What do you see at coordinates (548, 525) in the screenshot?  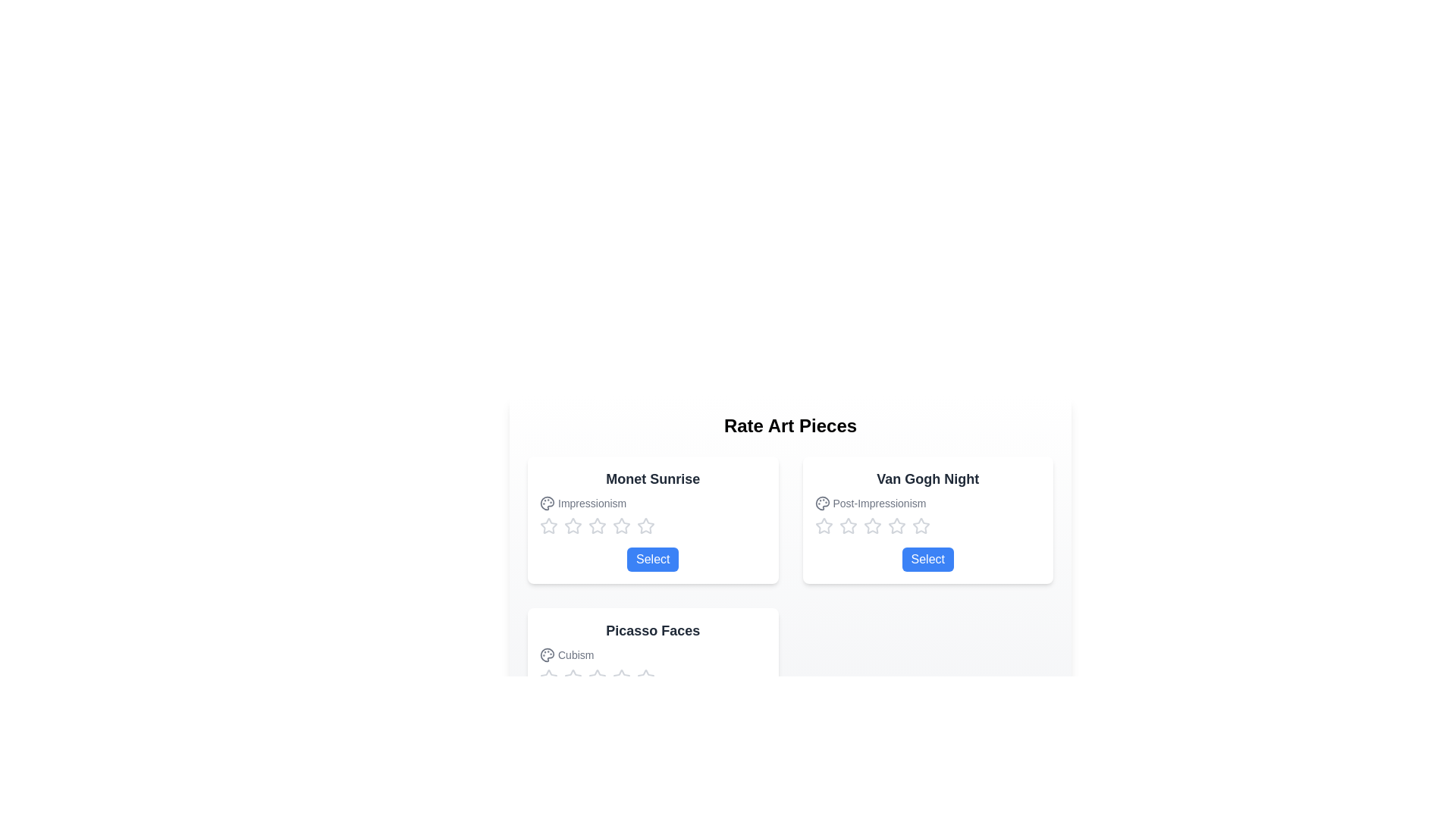 I see `the first star icon in the rating system for the artwork 'Monet Sunrise' to rate it` at bounding box center [548, 525].